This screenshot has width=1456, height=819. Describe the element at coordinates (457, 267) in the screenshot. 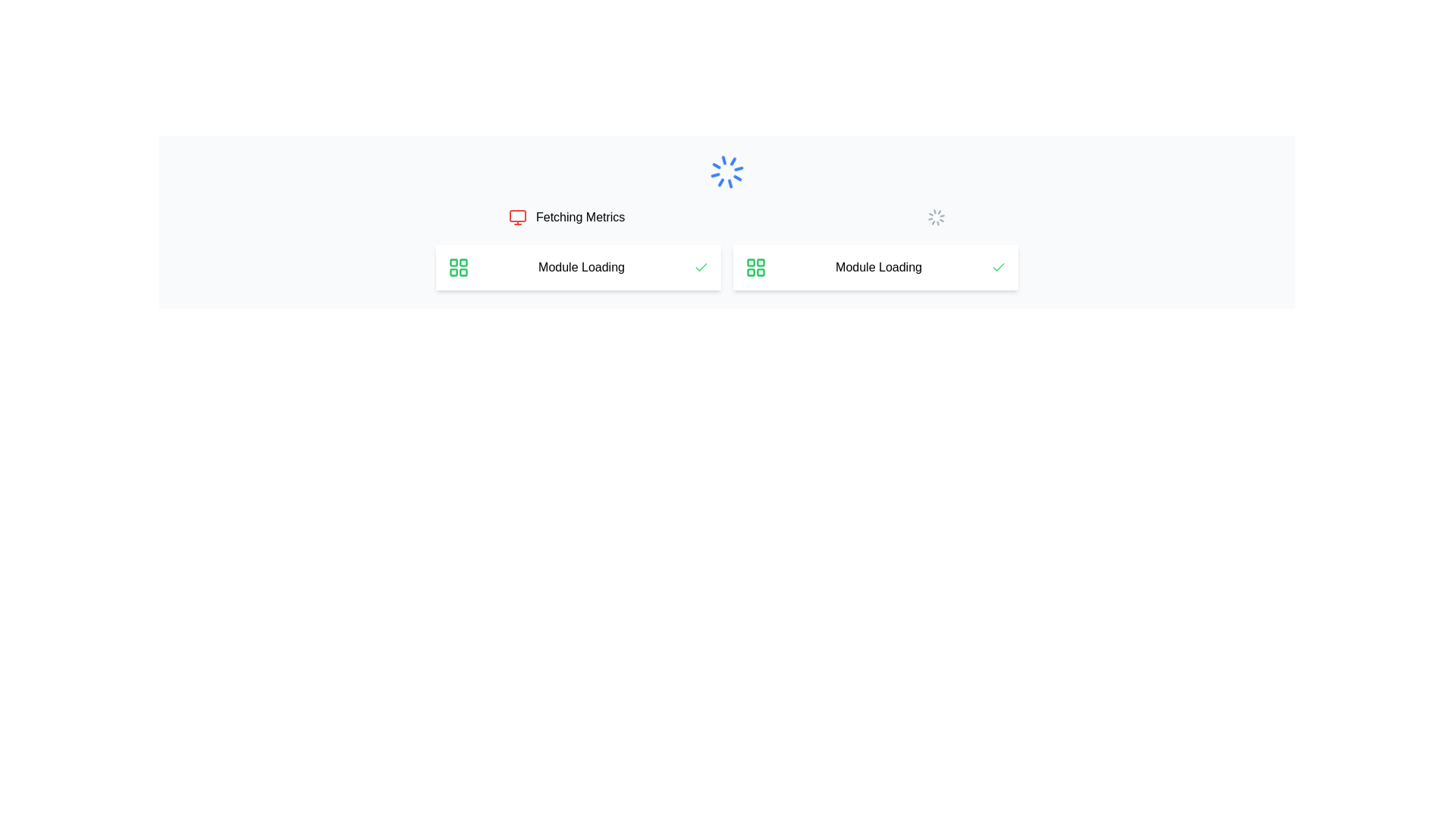

I see `the green grid layout icon consisting of four squares with rounded corners, located in the 'Module Loading' panel, adjacent to the text and before the green checkmark` at that location.